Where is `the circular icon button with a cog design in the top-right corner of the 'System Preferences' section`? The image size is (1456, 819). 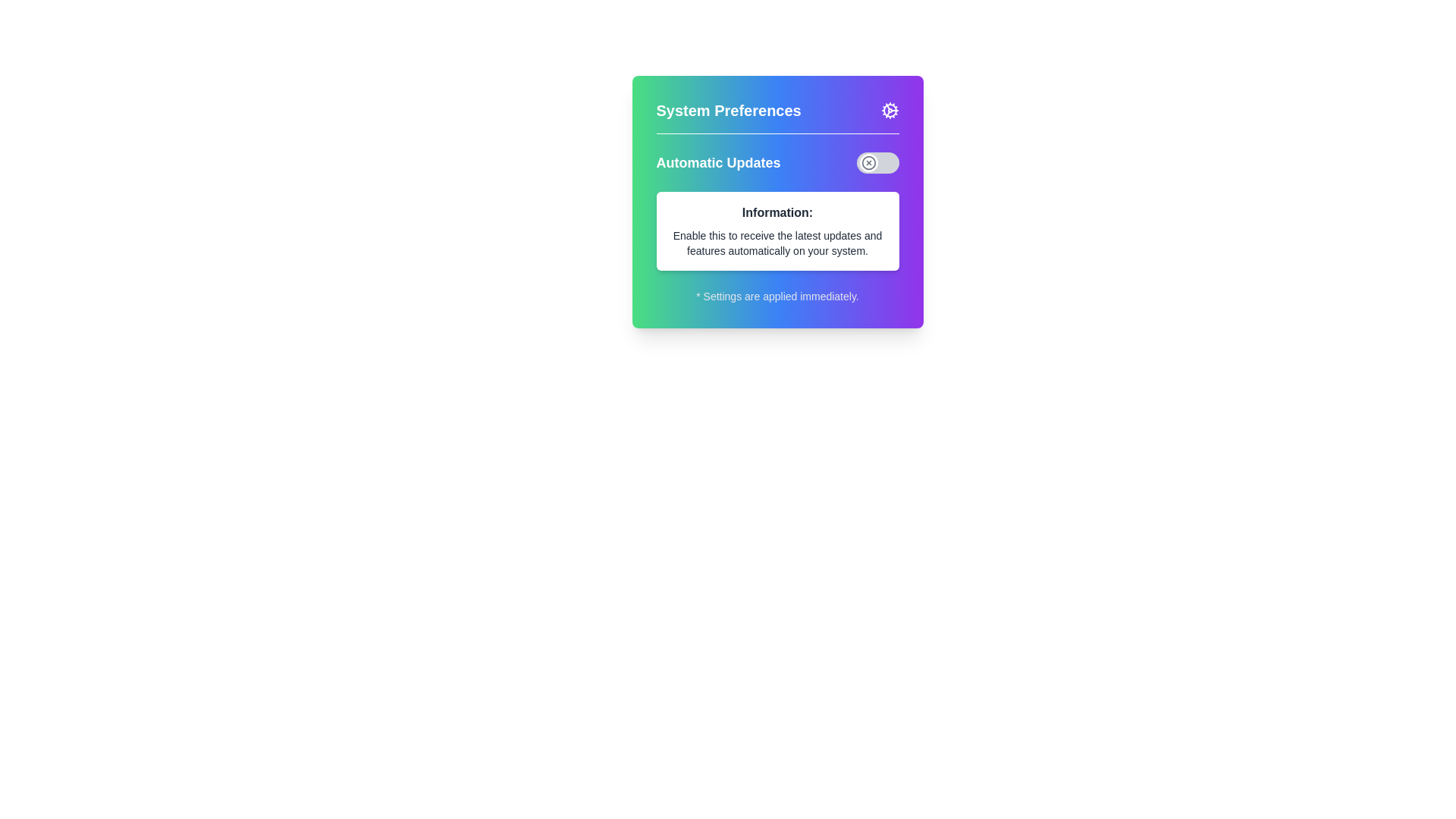 the circular icon button with a cog design in the top-right corner of the 'System Preferences' section is located at coordinates (890, 110).